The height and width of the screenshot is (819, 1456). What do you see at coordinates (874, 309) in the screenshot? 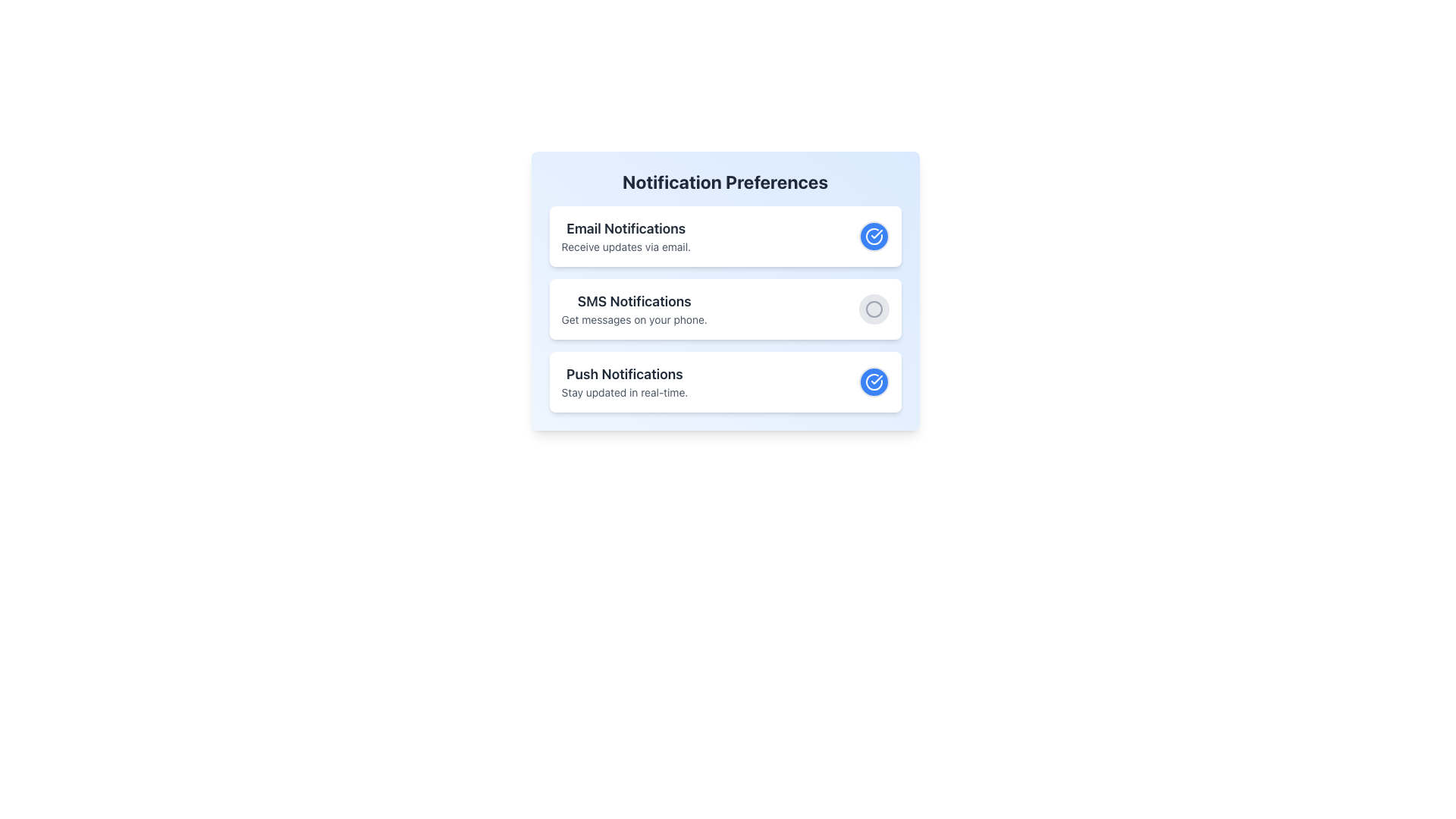
I see `the circular icon with a hollow center and thin gray border, located within the 'SMS Notifications' option` at bounding box center [874, 309].